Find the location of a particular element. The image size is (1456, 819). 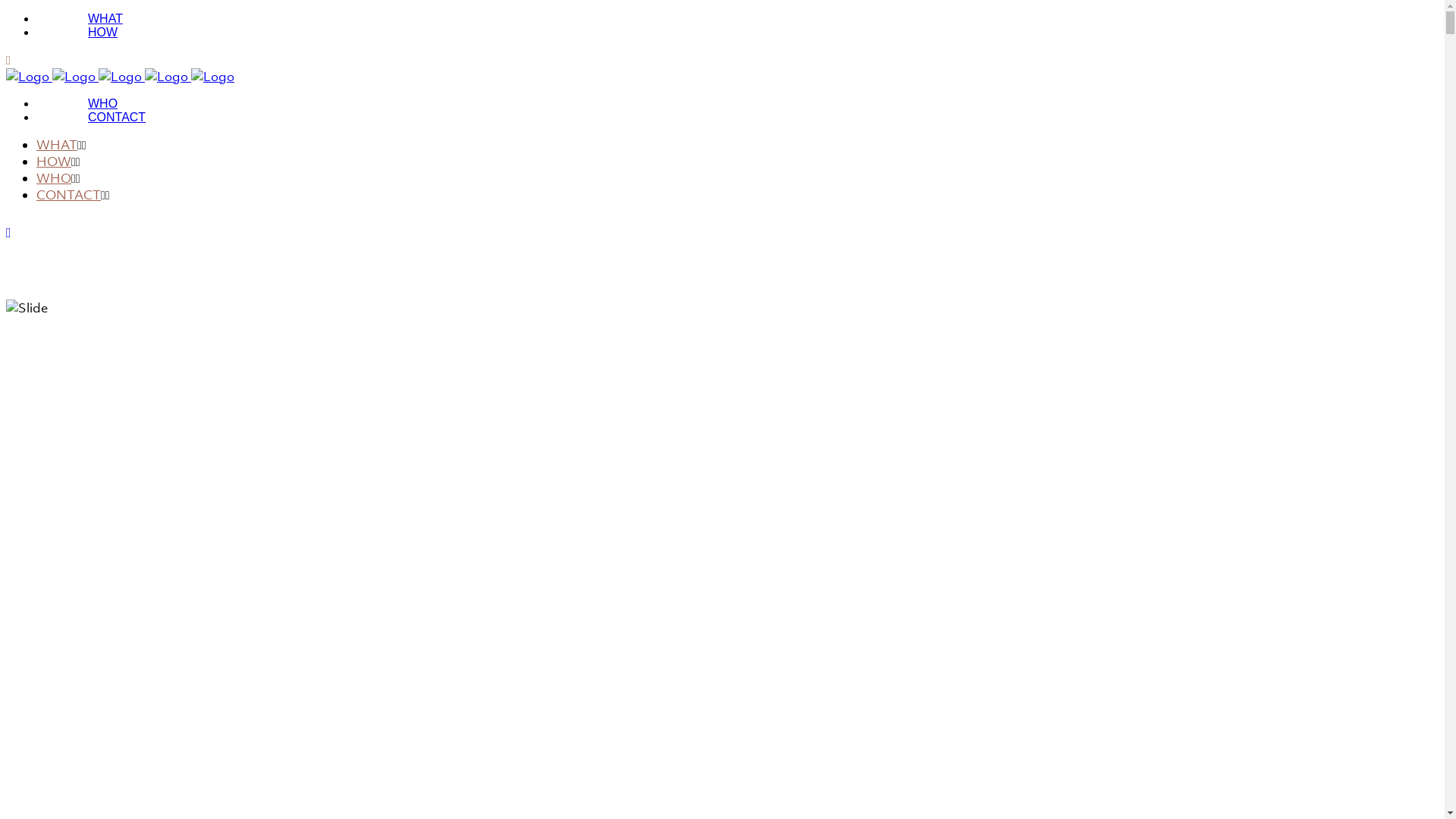

'WHAT' is located at coordinates (57, 145).